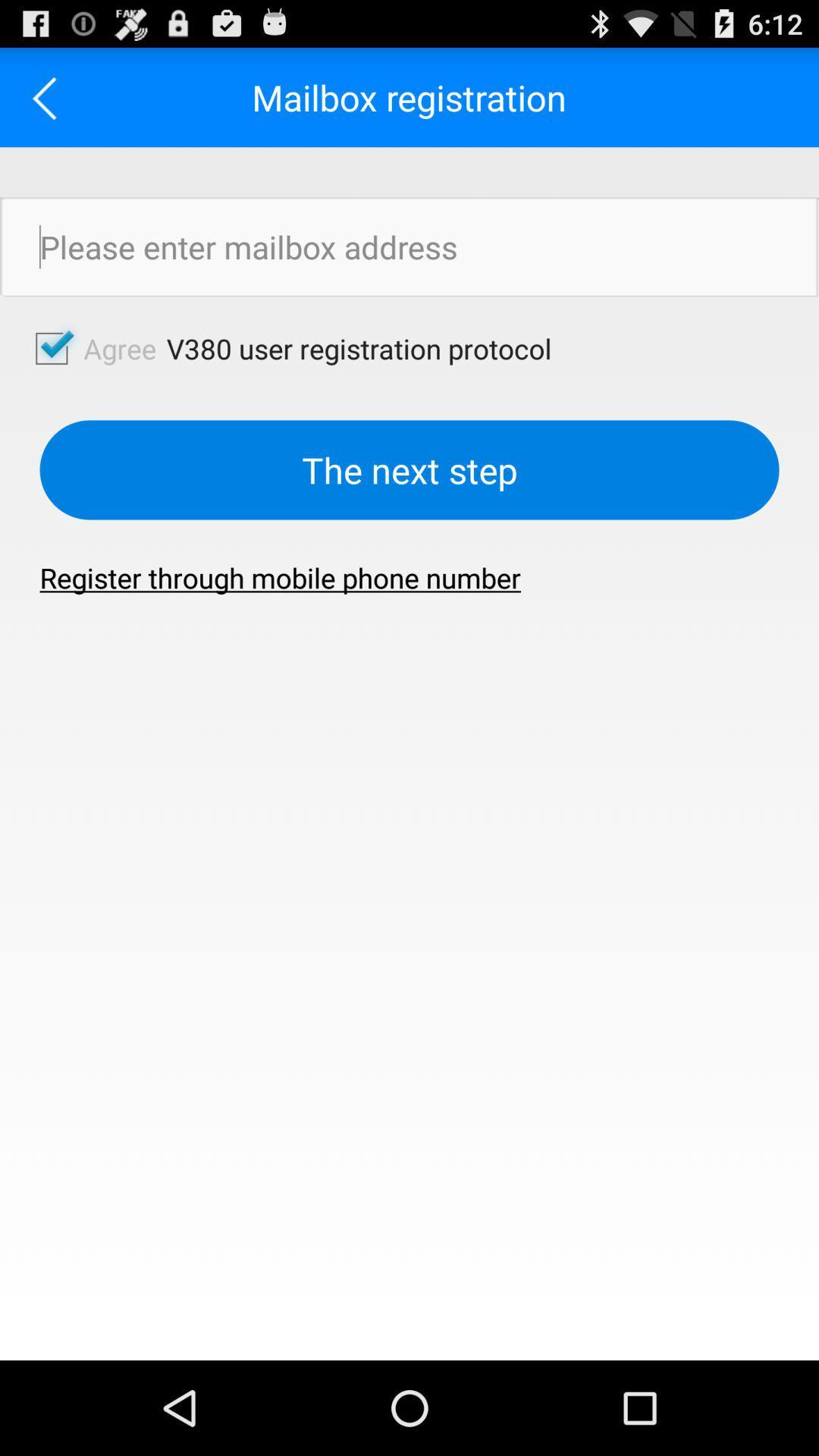 This screenshot has width=819, height=1456. I want to click on register through mobile icon, so click(280, 577).